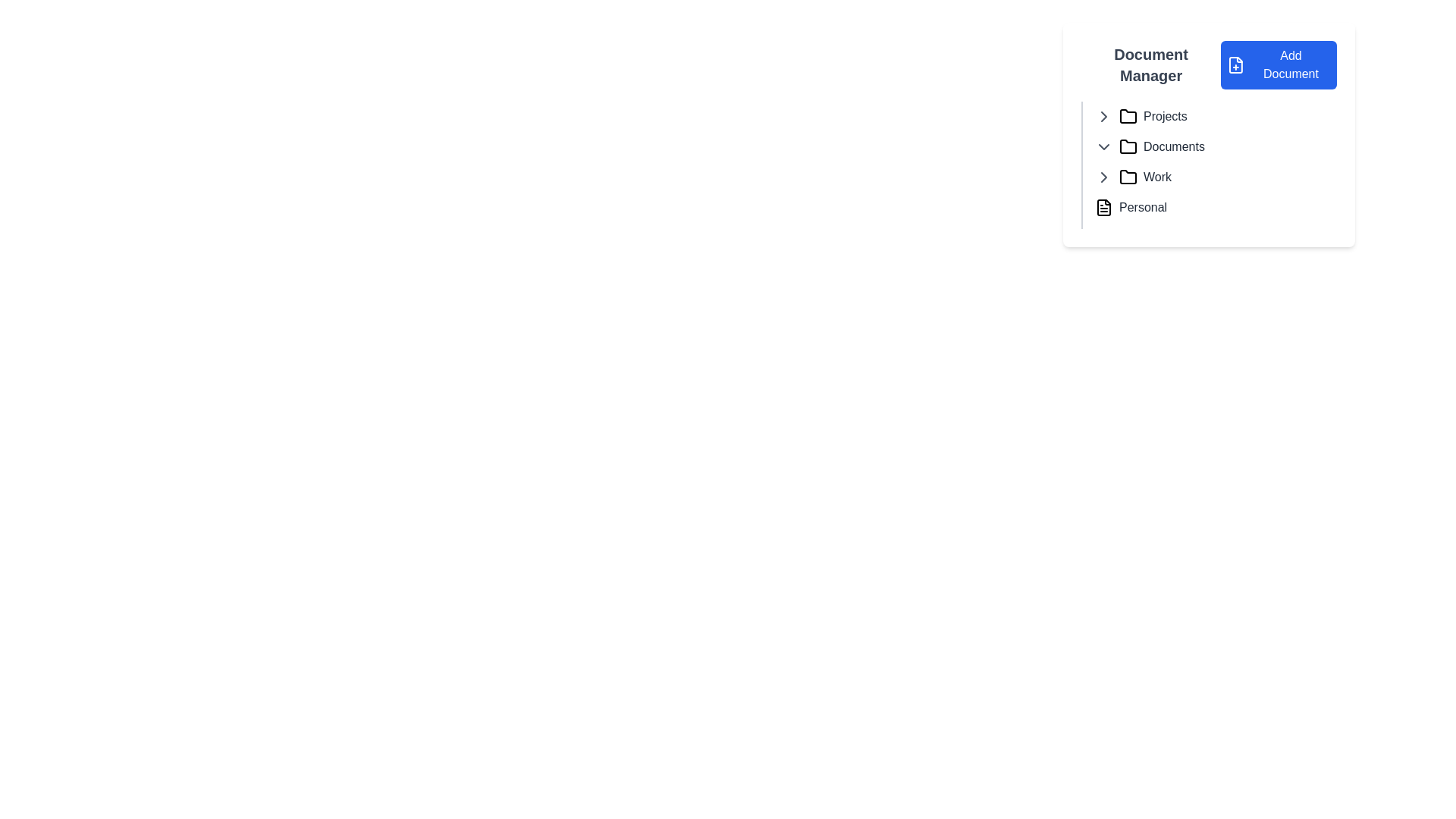 The image size is (1456, 819). Describe the element at coordinates (1103, 207) in the screenshot. I see `the document icon located in the 'Document Manager' section, adjacent to the label 'Personal'` at that location.